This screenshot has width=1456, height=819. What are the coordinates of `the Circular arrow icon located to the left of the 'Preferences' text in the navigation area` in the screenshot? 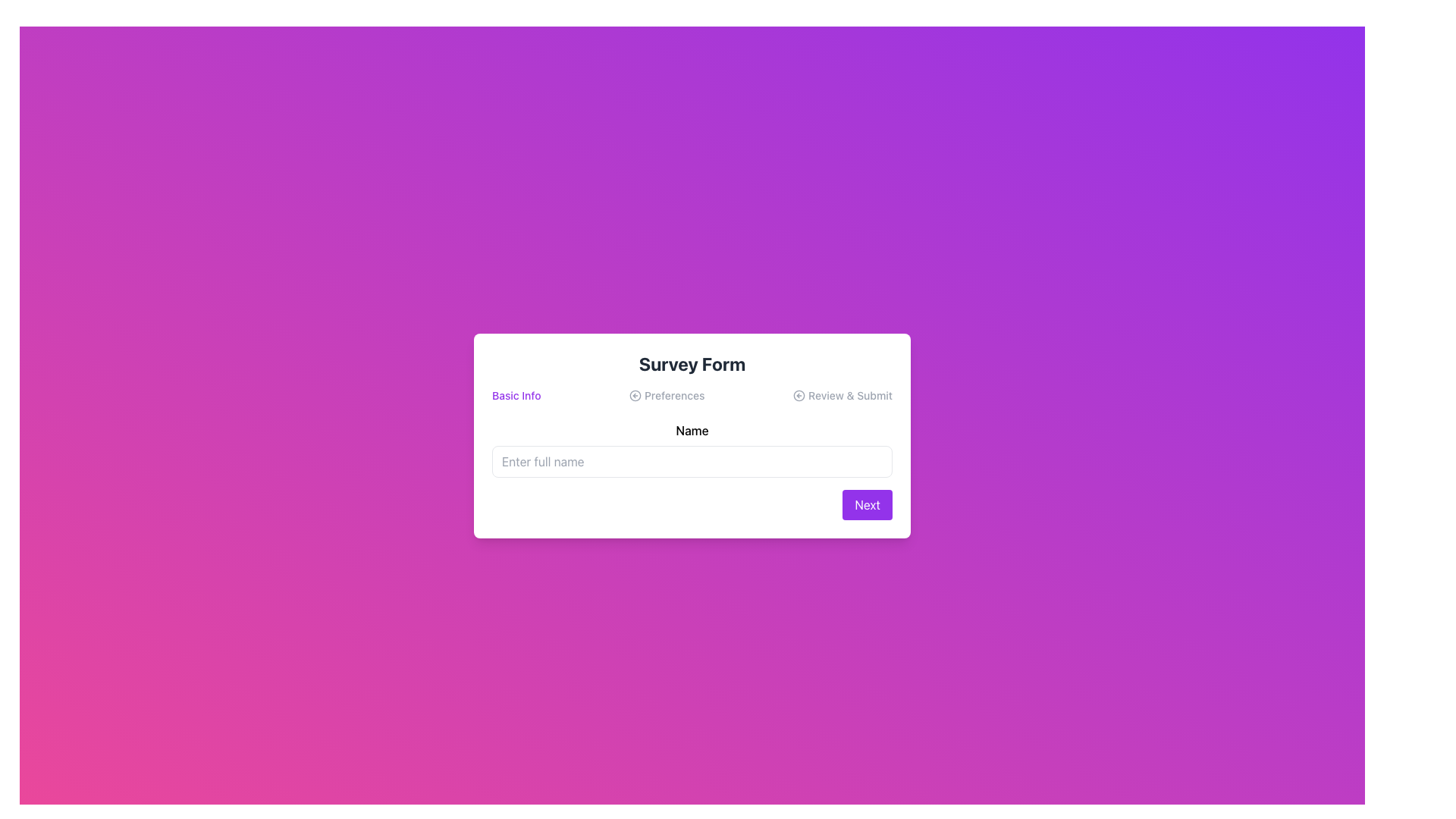 It's located at (635, 394).